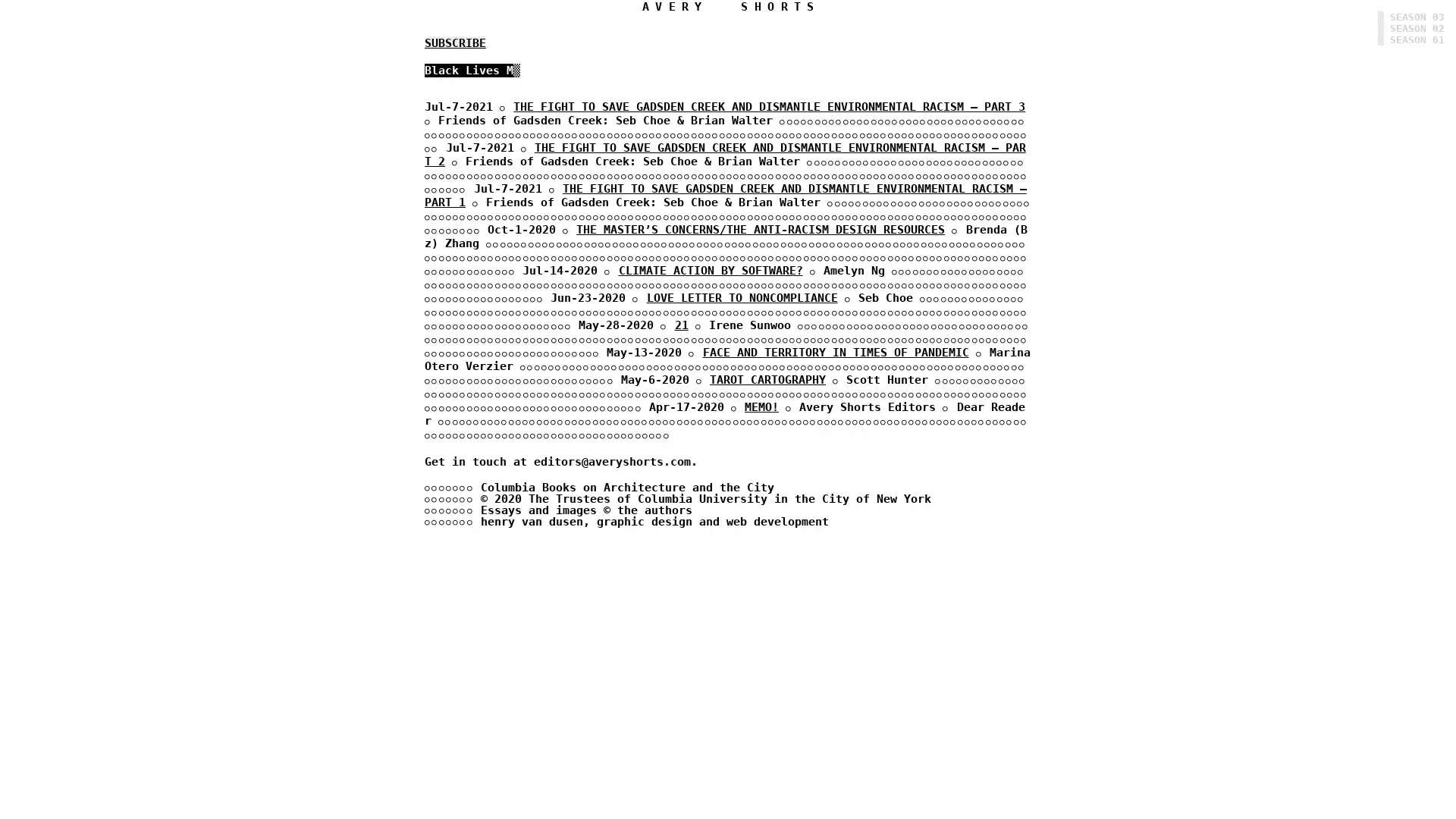 This screenshot has height=819, width=1456. I want to click on SUBSCRIBE, so click(454, 42).